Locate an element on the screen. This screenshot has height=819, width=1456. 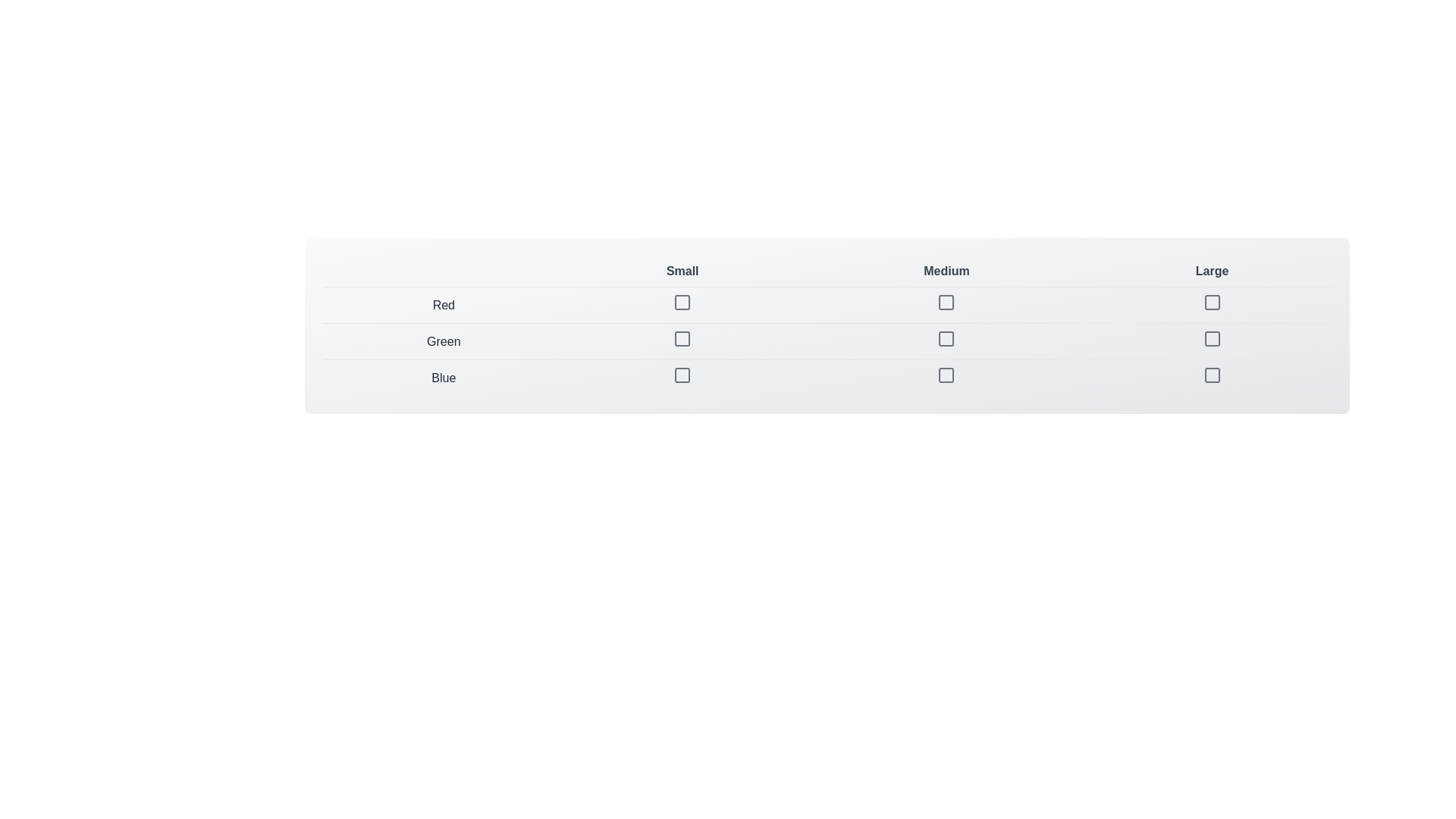
the checkbox for the 'Large' option is located at coordinates (1211, 338).